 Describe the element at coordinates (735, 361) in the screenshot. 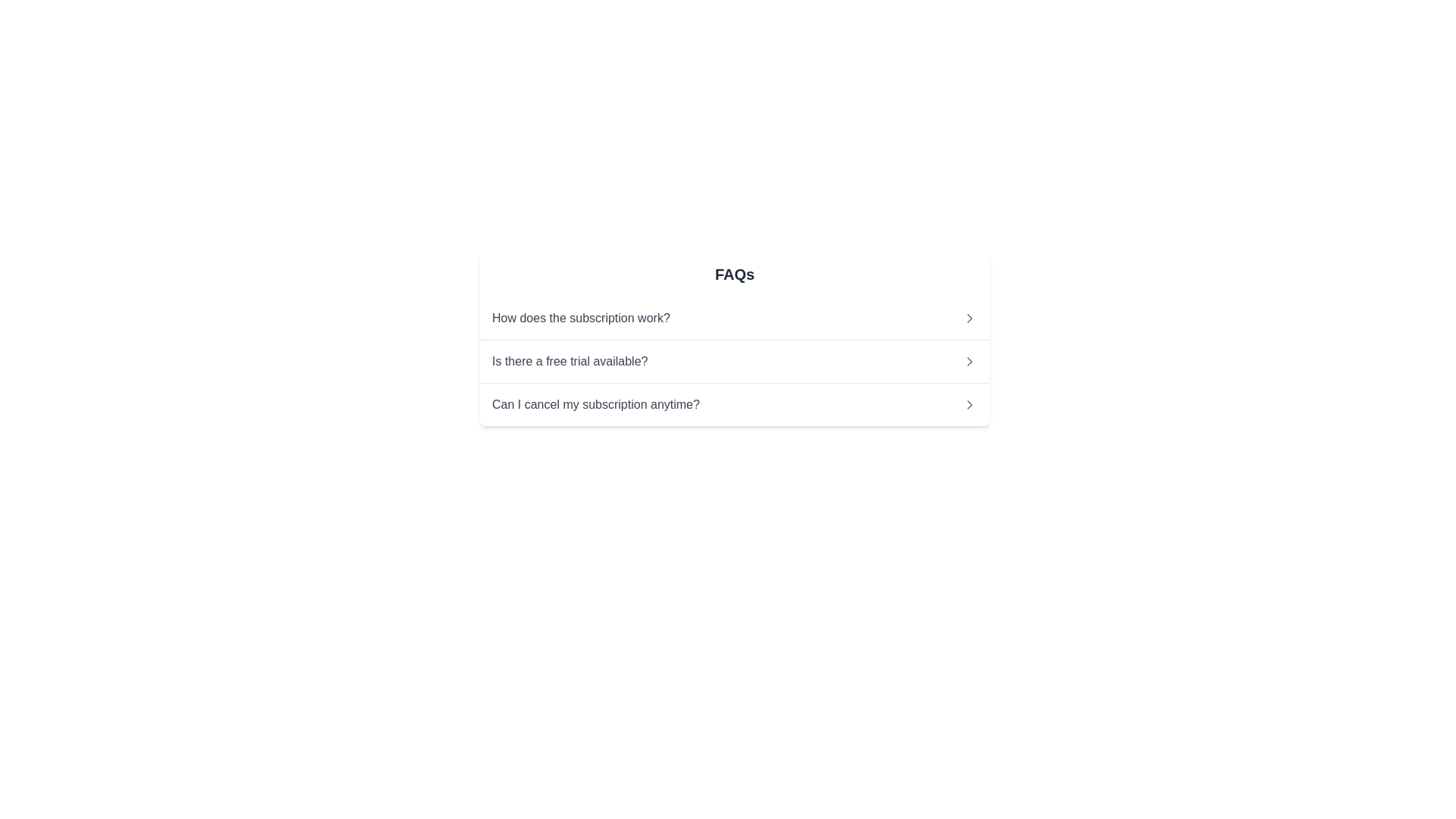

I see `the interactive list entry regarding 'Is there a free trial available?' to indicate interactivity` at that location.